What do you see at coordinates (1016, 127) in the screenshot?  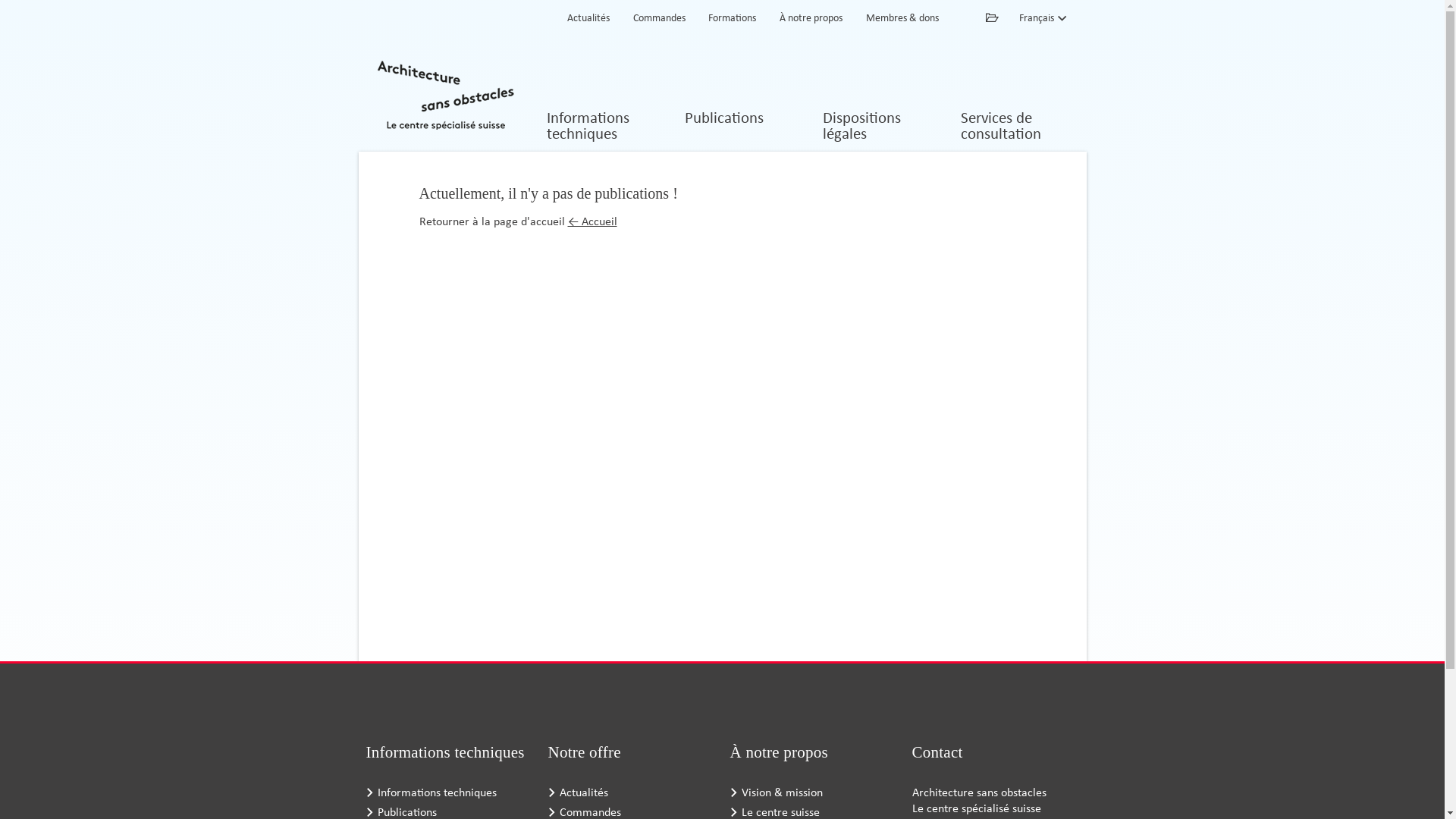 I see `'Services de consultation'` at bounding box center [1016, 127].